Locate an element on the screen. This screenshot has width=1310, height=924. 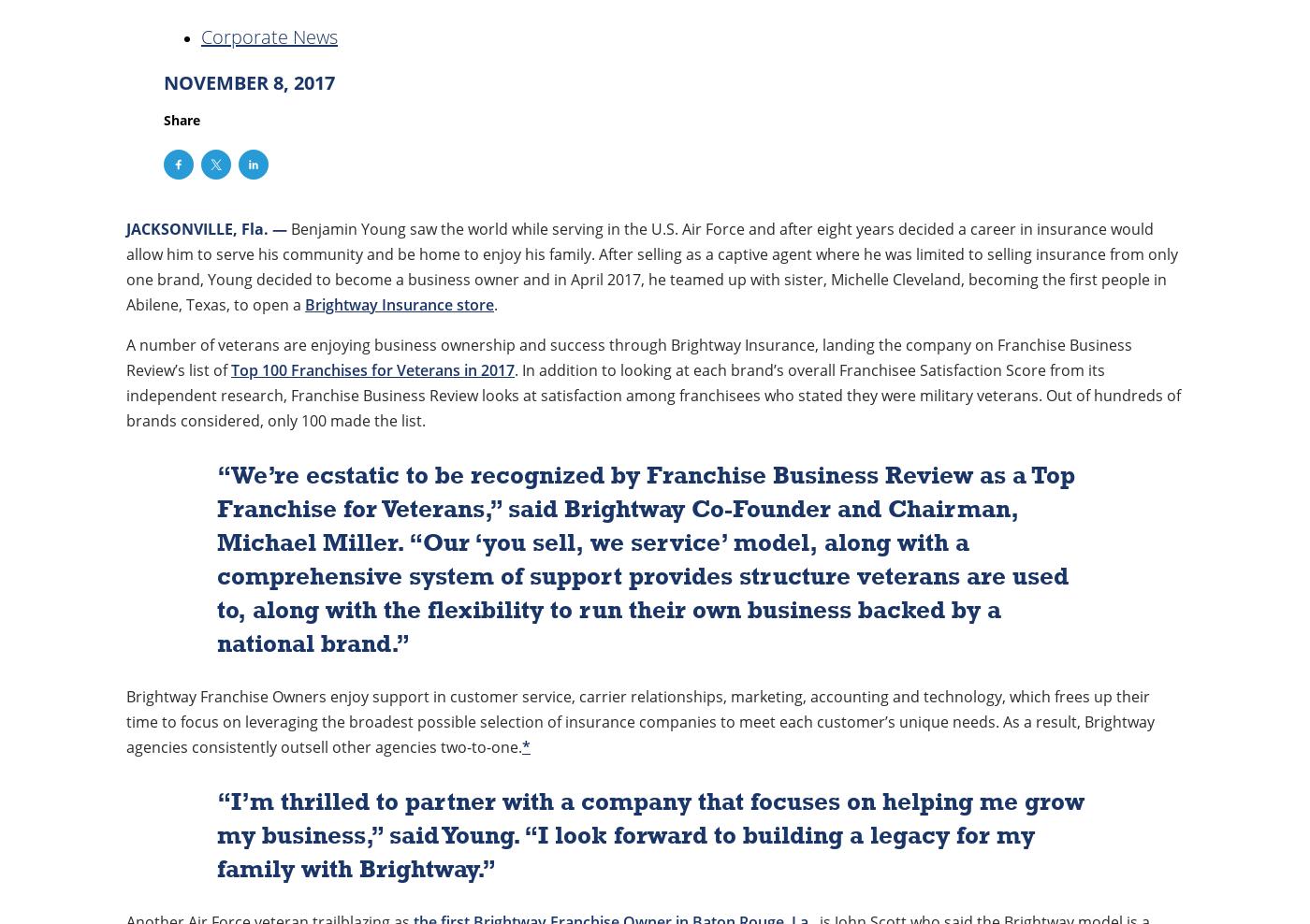
'November 8, 2017' is located at coordinates (249, 82).